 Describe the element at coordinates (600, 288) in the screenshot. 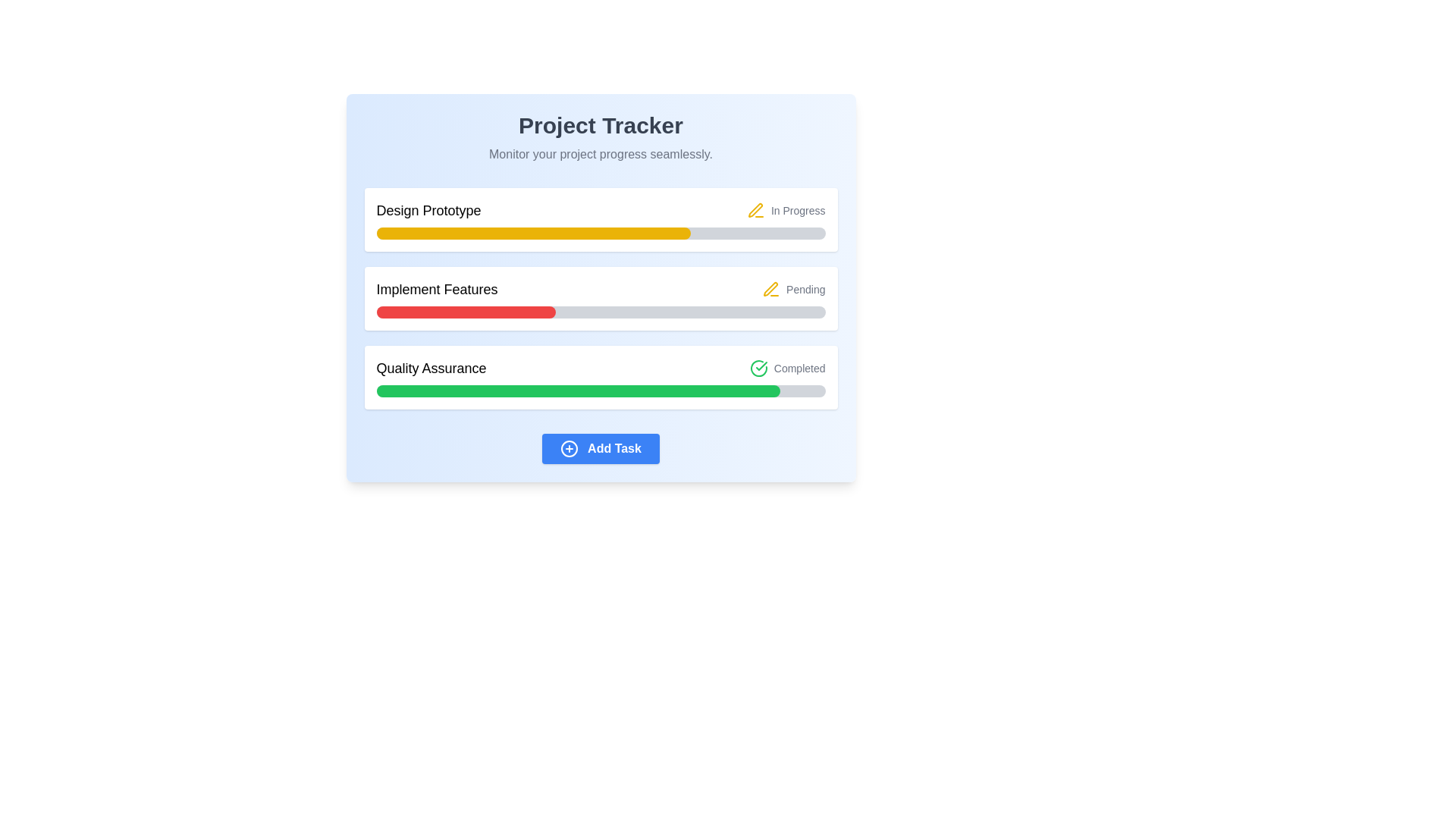

I see `task progress from the 'Project Tracker' section of the Dashboard, which contains various progress indicators and statuses` at that location.